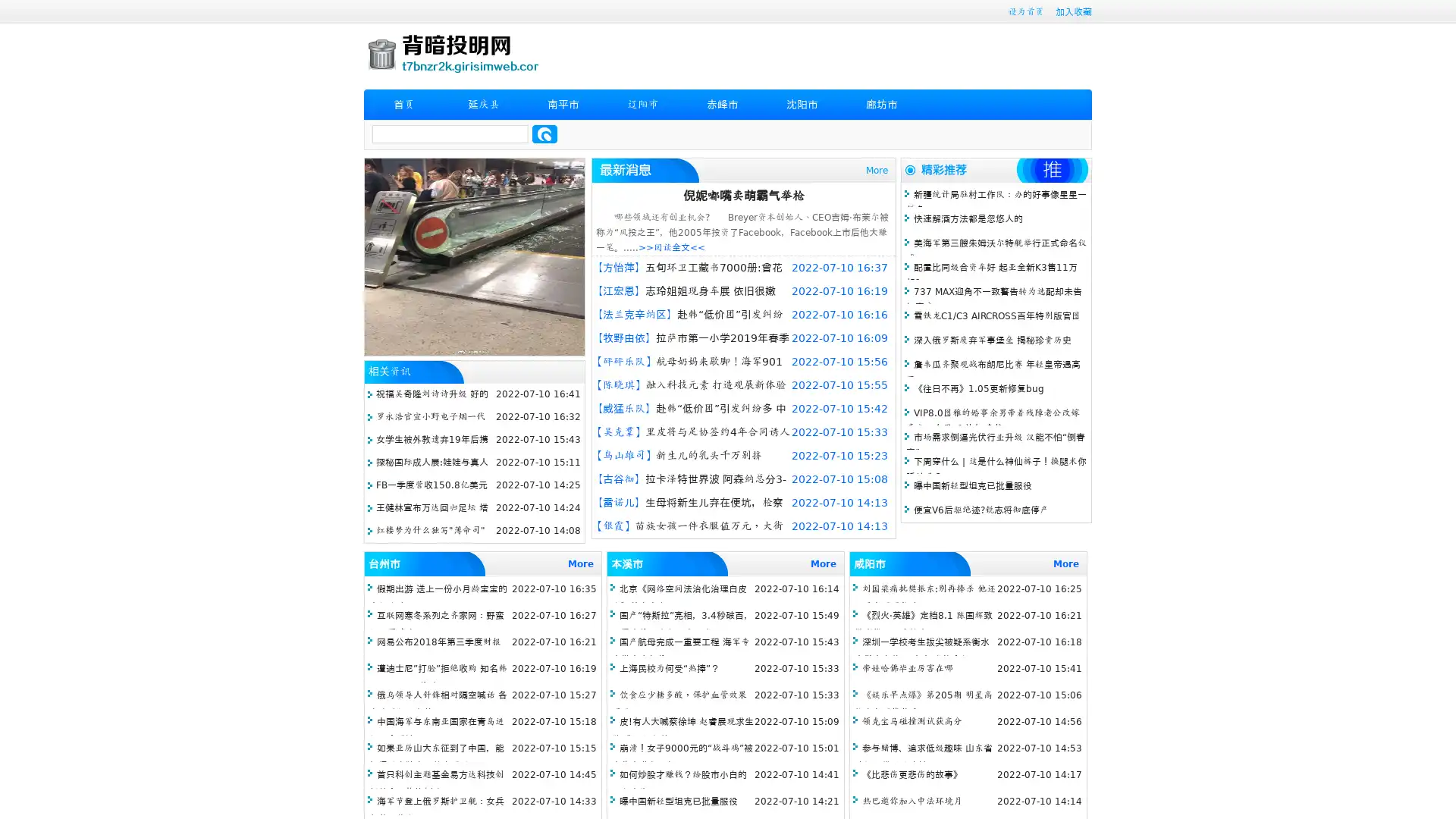 The image size is (1456, 819). Describe the element at coordinates (544, 133) in the screenshot. I see `Search` at that location.